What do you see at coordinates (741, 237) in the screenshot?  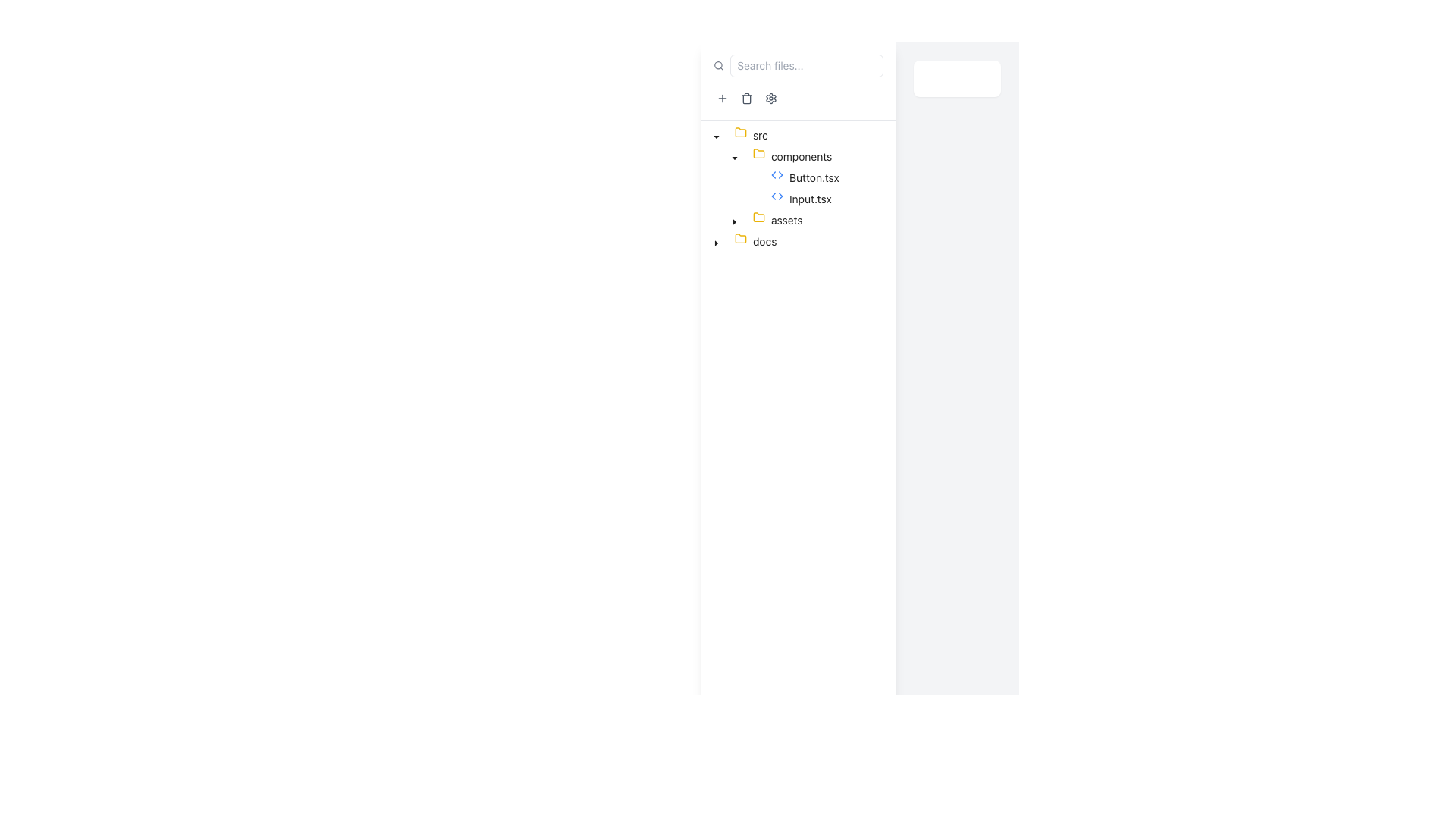 I see `the icon representing the 'src' folder in the file tree` at bounding box center [741, 237].